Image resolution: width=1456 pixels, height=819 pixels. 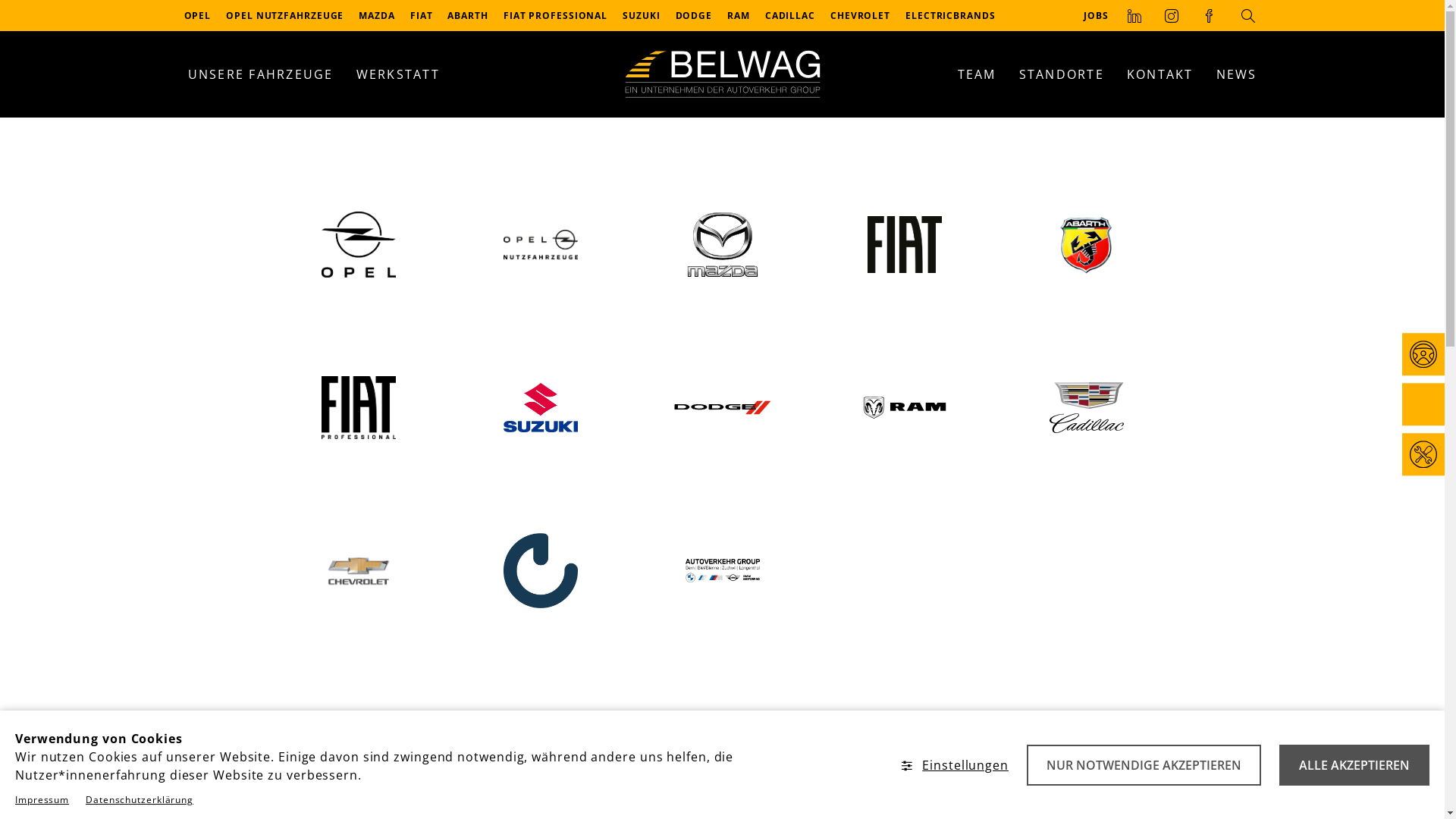 I want to click on 'Dodge', so click(x=722, y=406).